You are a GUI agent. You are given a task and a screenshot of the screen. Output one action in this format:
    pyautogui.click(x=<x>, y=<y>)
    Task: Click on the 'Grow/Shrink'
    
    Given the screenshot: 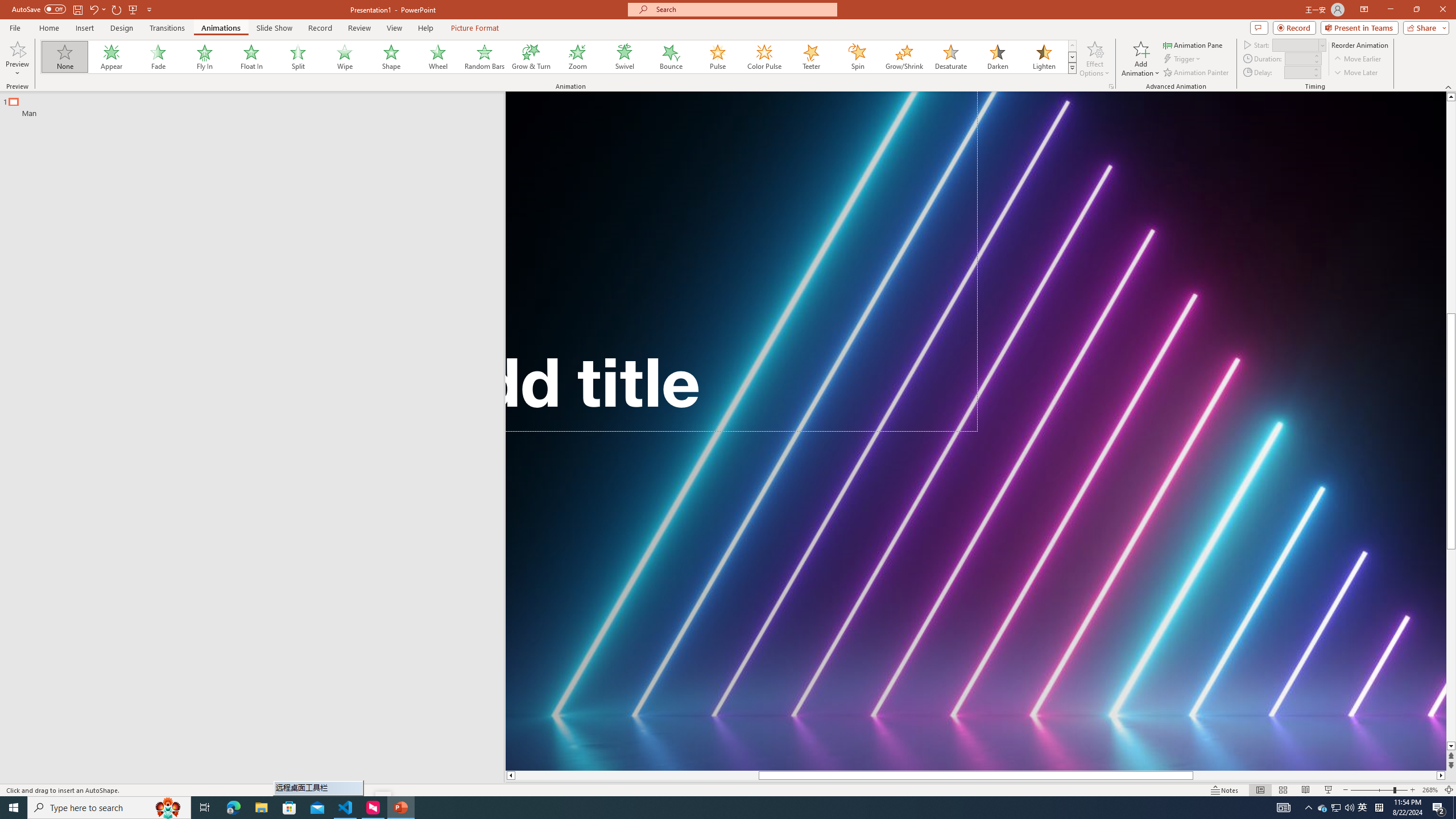 What is the action you would take?
    pyautogui.click(x=904, y=56)
    